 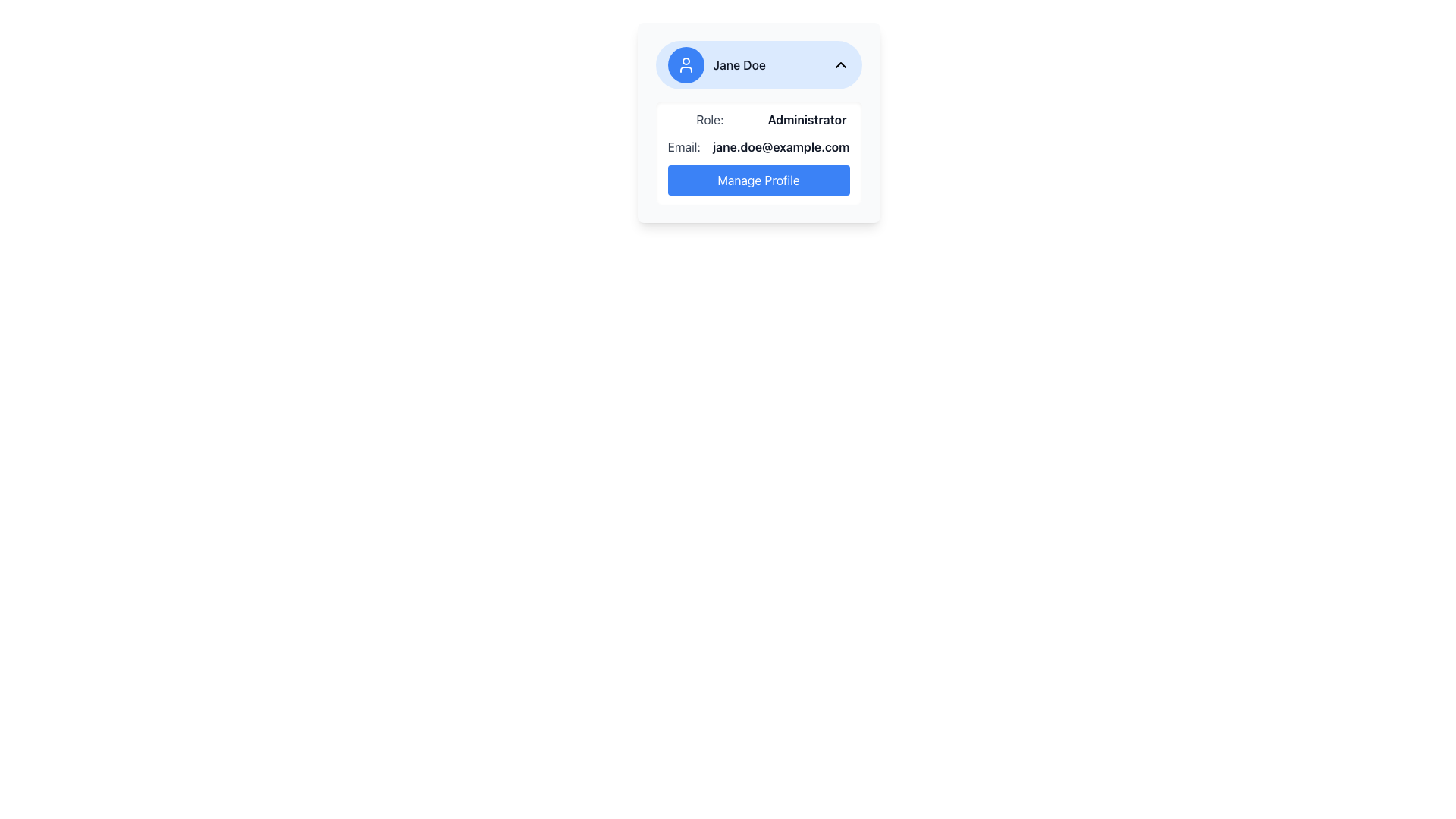 I want to click on the static label displaying the user's email address, which is located to the right of the text 'Email:' and above the 'Manage Profile' button, so click(x=781, y=146).